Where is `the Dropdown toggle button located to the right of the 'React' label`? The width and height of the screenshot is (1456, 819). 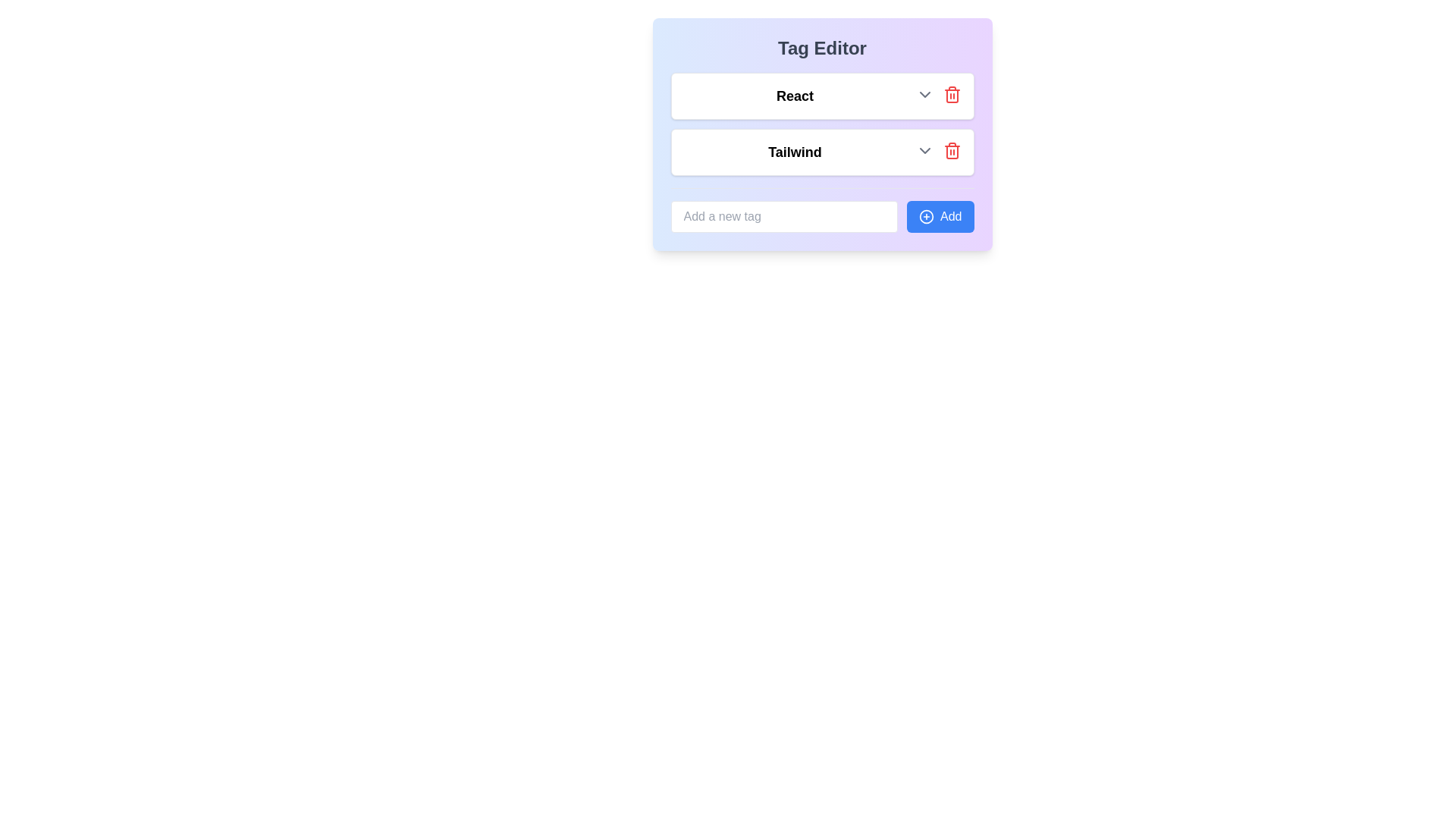 the Dropdown toggle button located to the right of the 'React' label is located at coordinates (924, 94).